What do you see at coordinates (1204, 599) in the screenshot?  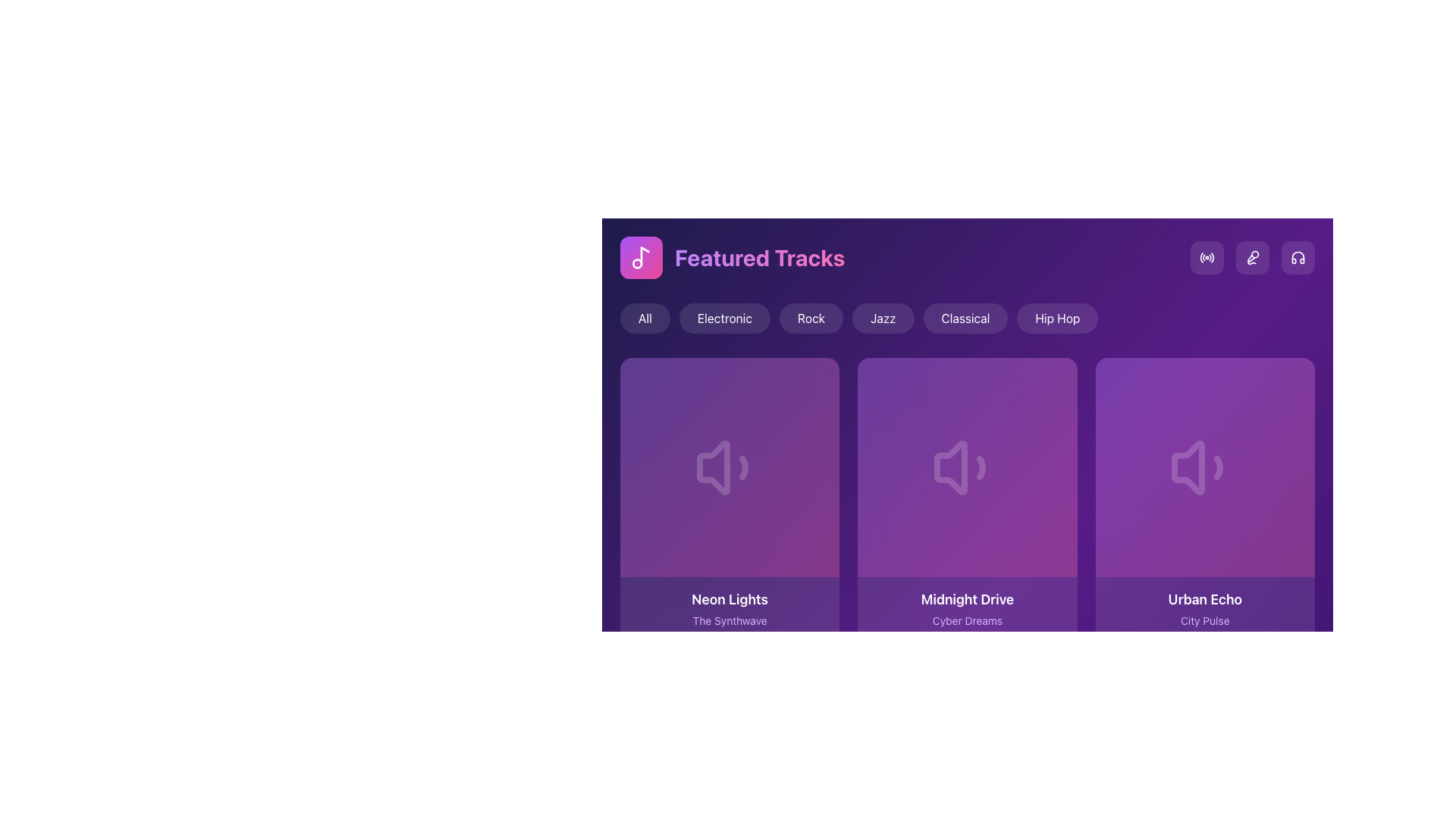 I see `the text label indicating the music track, located at the bottom of the last card in a row of three, above the text 'City Pulse'` at bounding box center [1204, 599].